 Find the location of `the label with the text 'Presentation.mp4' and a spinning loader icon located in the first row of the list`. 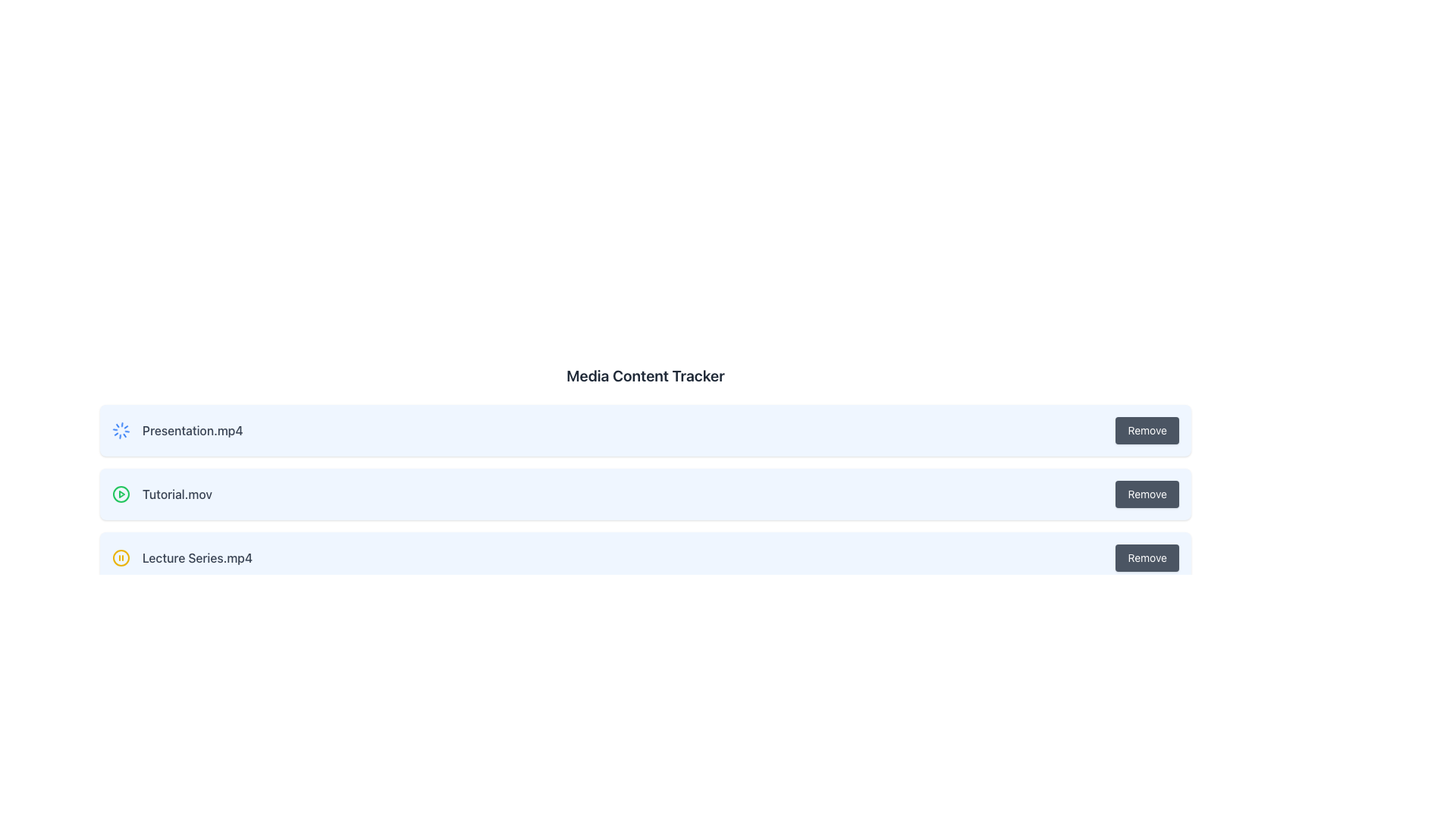

the label with the text 'Presentation.mp4' and a spinning loader icon located in the first row of the list is located at coordinates (177, 430).